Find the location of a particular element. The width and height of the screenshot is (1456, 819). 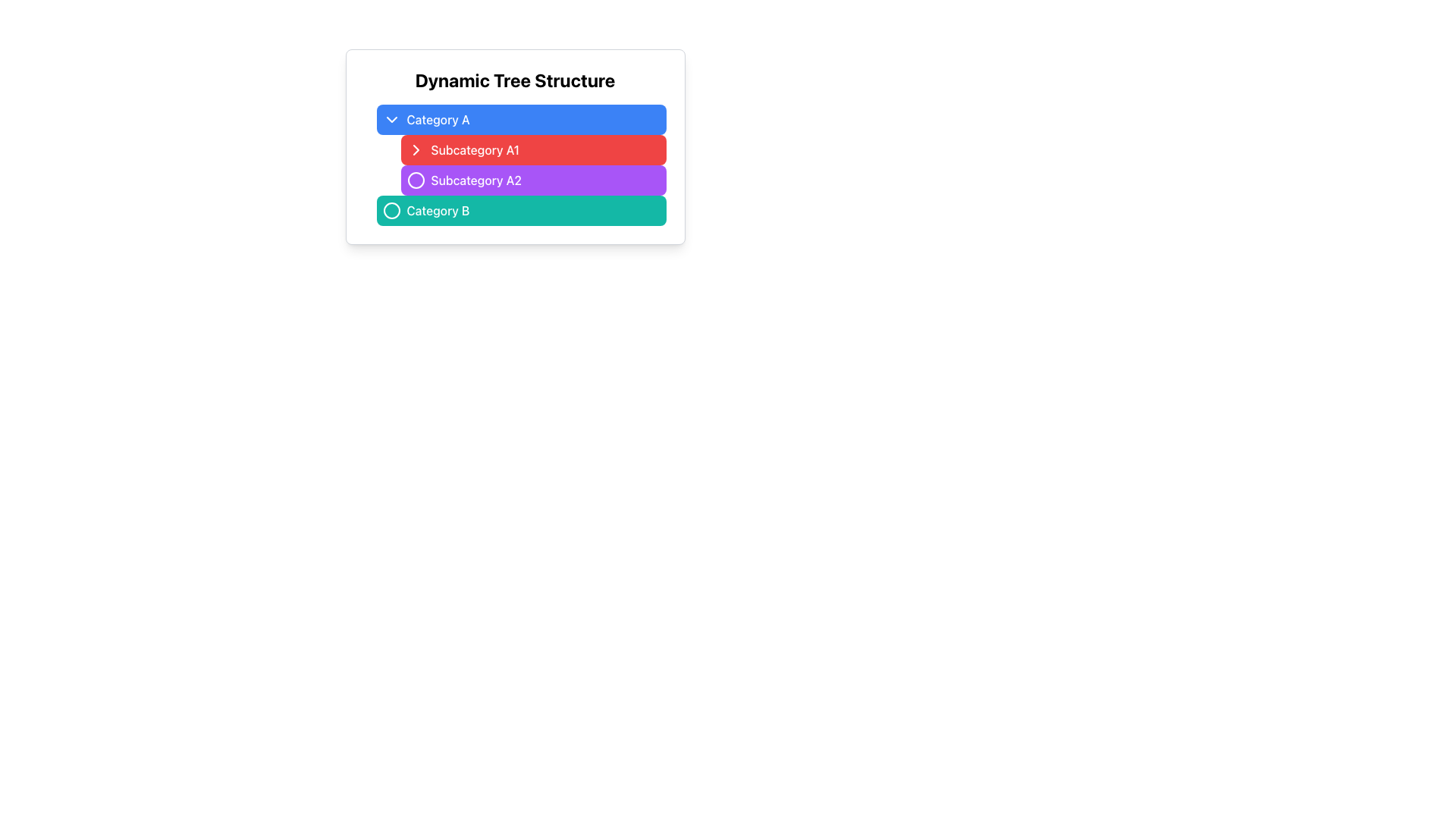

the red button labeled 'Subcategory A1' with an arrow icon, located under 'Category A' is located at coordinates (533, 149).